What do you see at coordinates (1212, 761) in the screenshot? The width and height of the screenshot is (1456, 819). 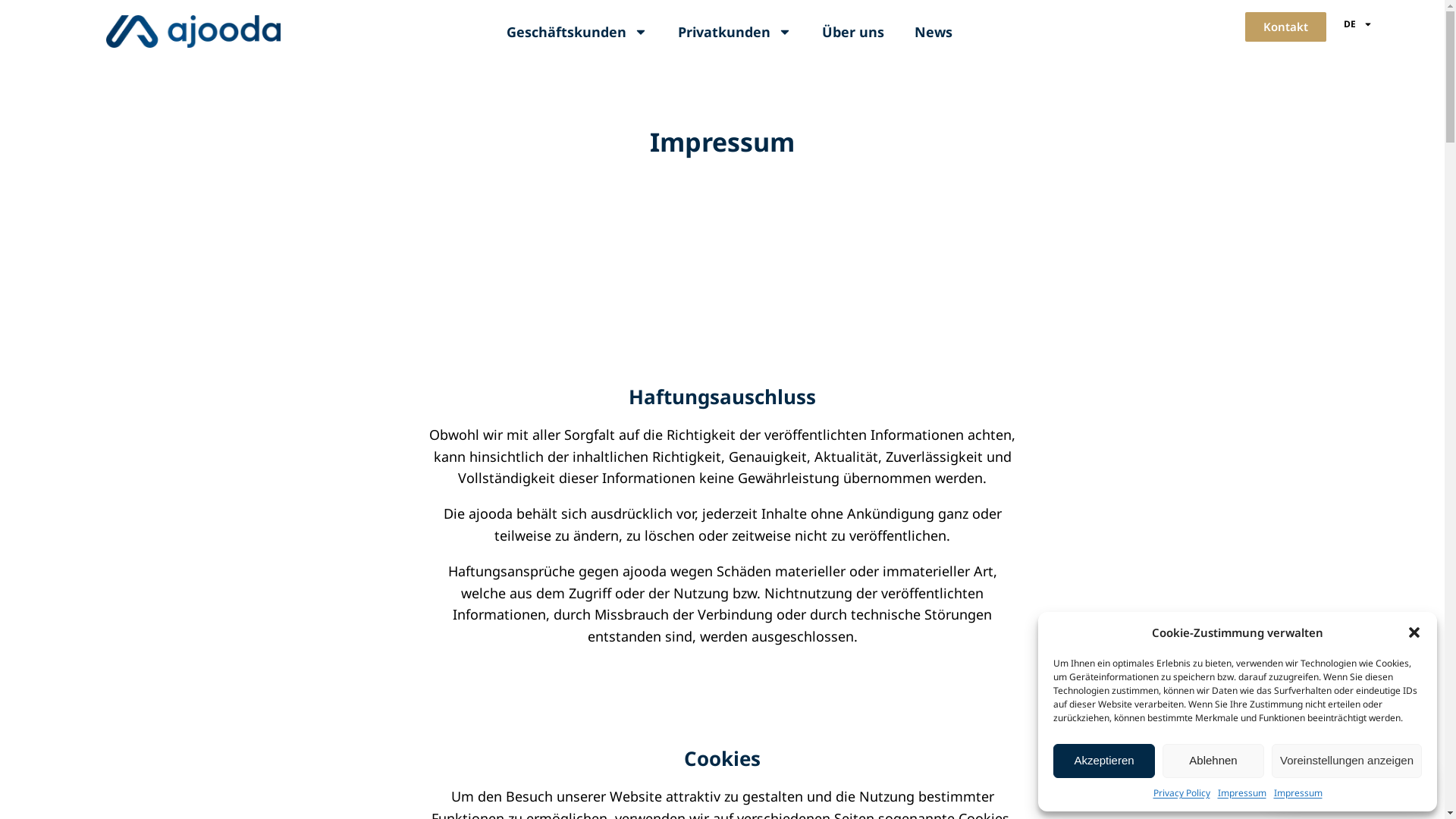 I see `'Ablehnen'` at bounding box center [1212, 761].